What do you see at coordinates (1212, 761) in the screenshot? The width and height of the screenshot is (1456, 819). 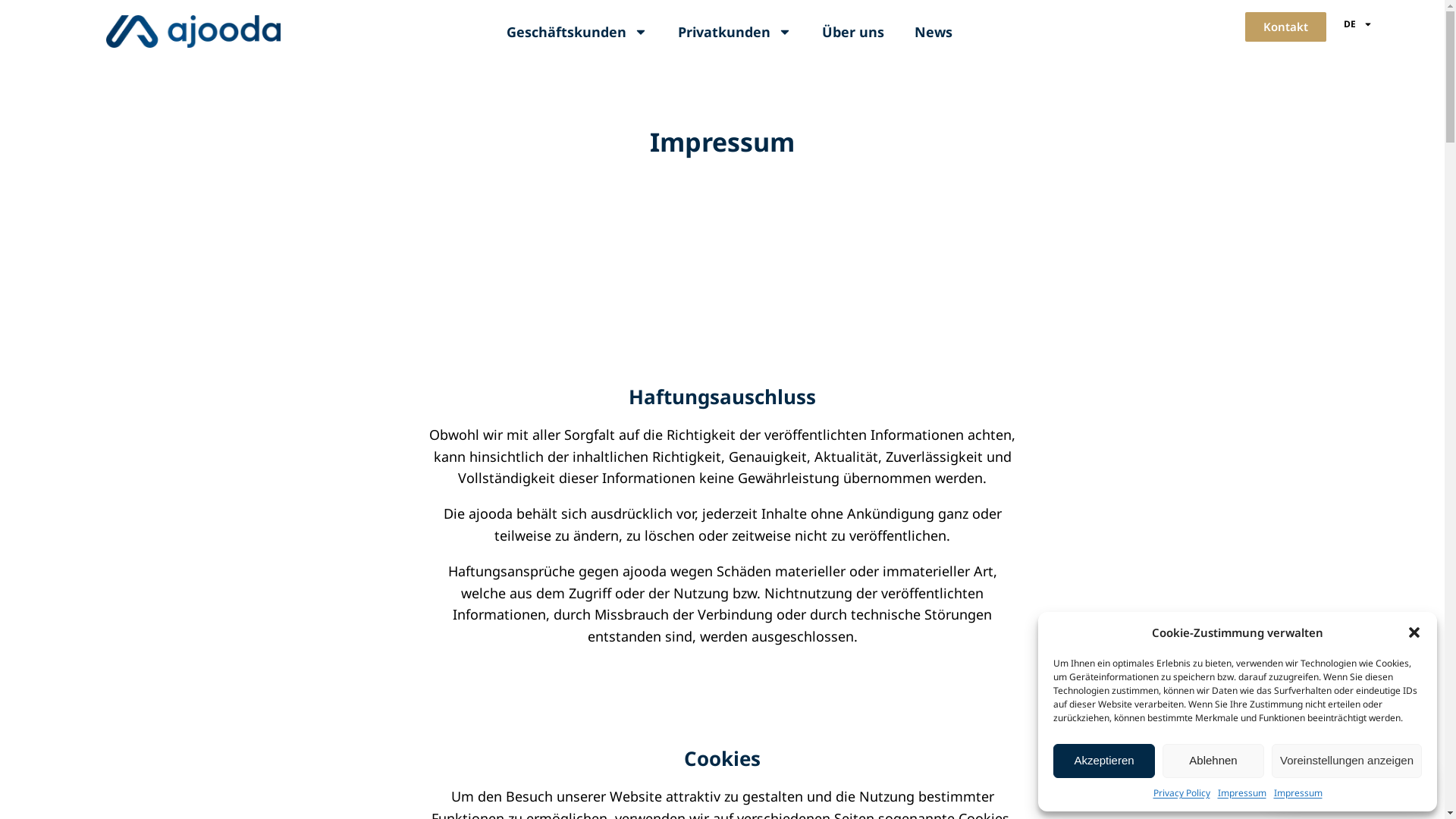 I see `'Ablehnen'` at bounding box center [1212, 761].